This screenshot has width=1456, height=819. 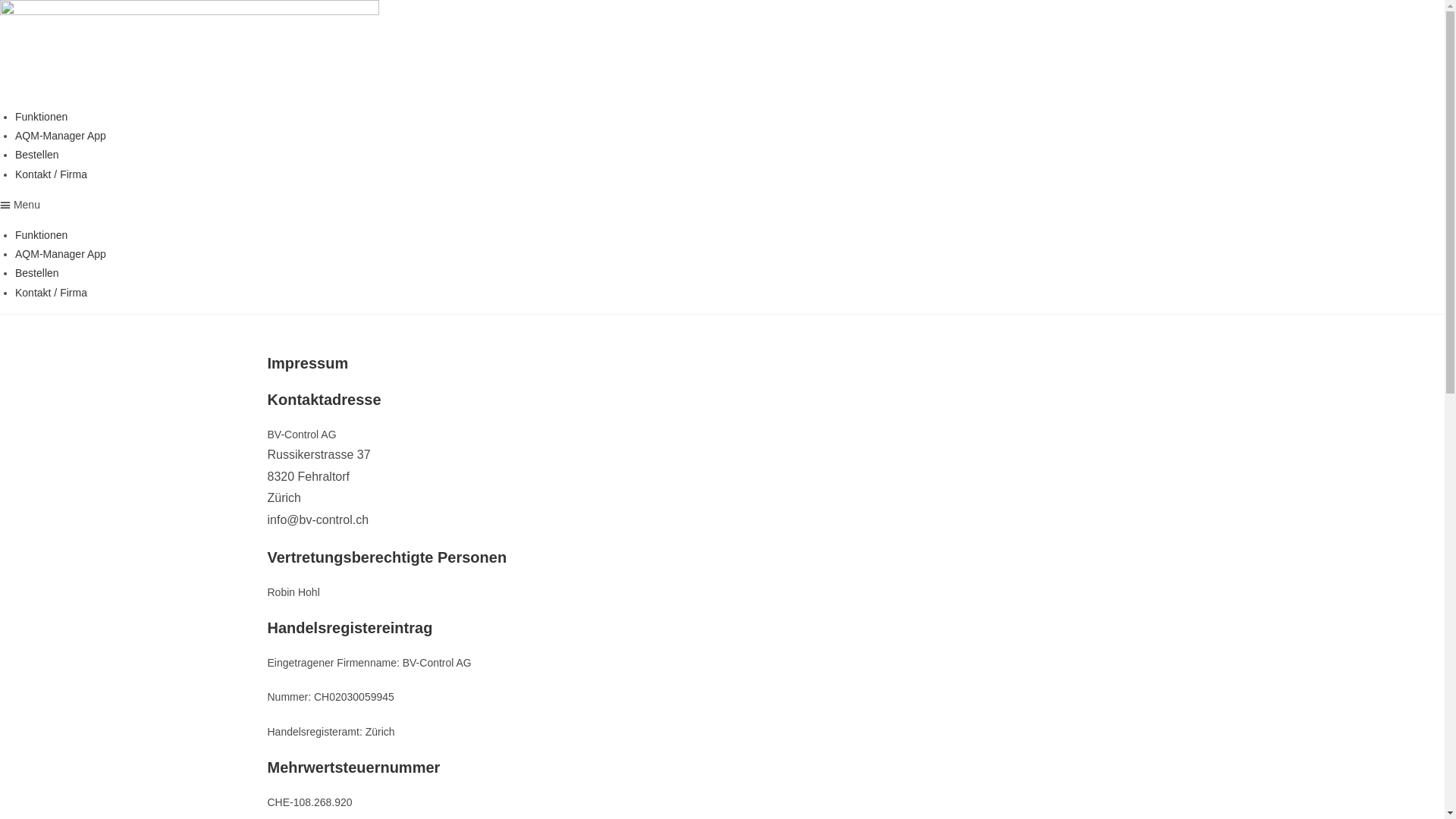 I want to click on 'Bestellen', so click(x=36, y=271).